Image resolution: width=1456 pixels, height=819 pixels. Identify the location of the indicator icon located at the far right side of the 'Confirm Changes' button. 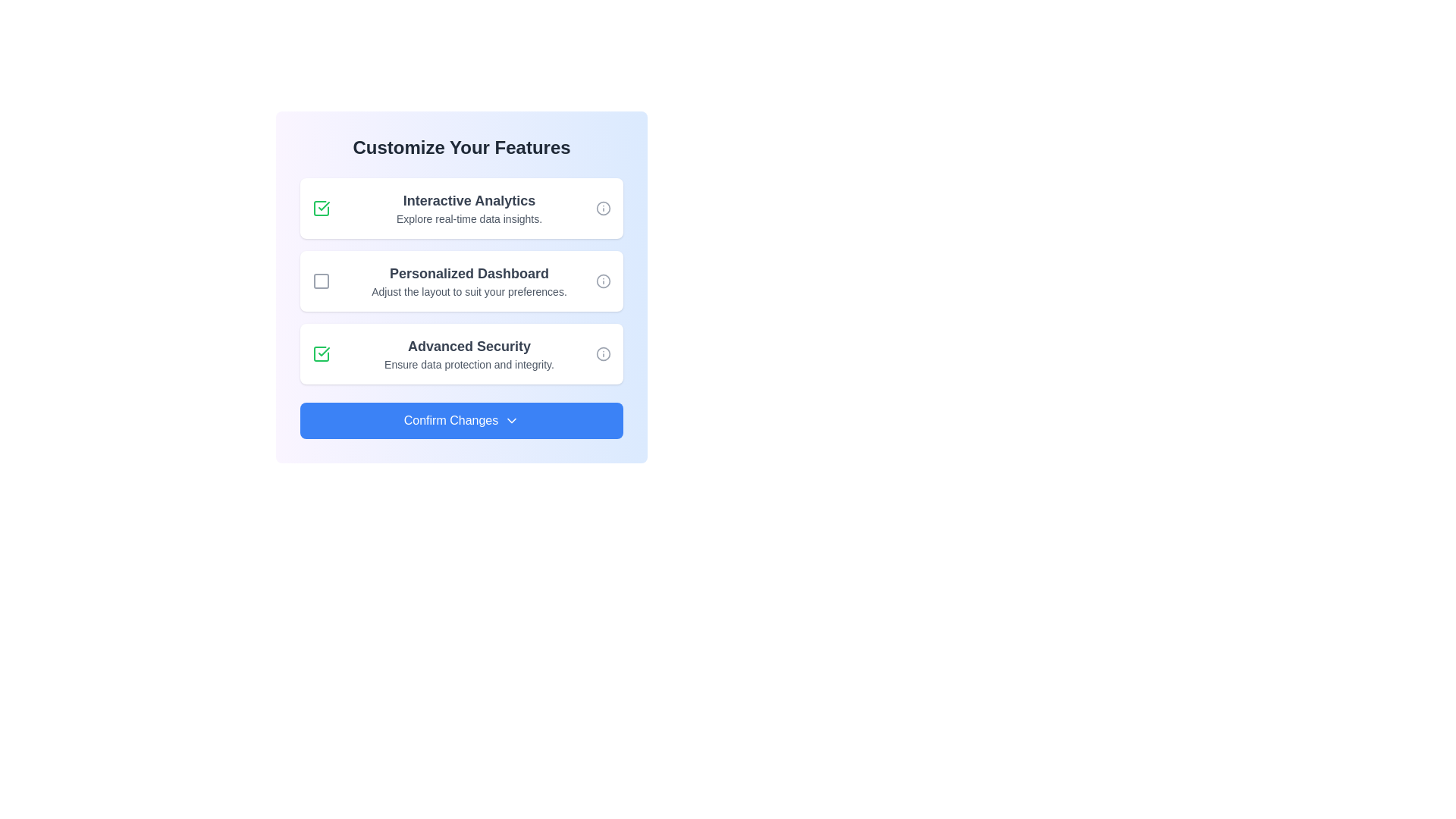
(512, 421).